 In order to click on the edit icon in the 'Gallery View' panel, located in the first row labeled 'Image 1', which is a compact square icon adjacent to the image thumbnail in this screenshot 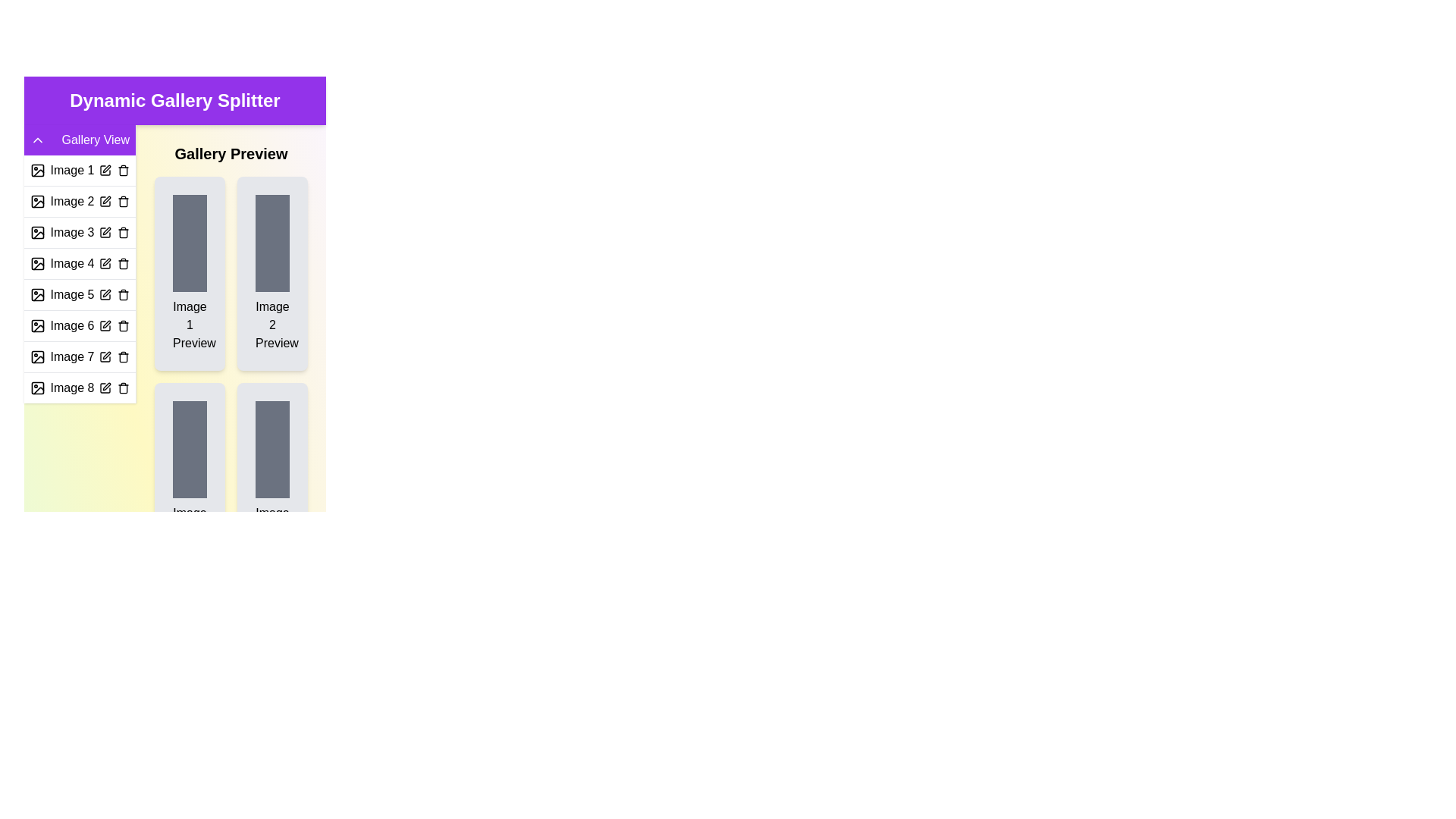, I will do `click(105, 170)`.